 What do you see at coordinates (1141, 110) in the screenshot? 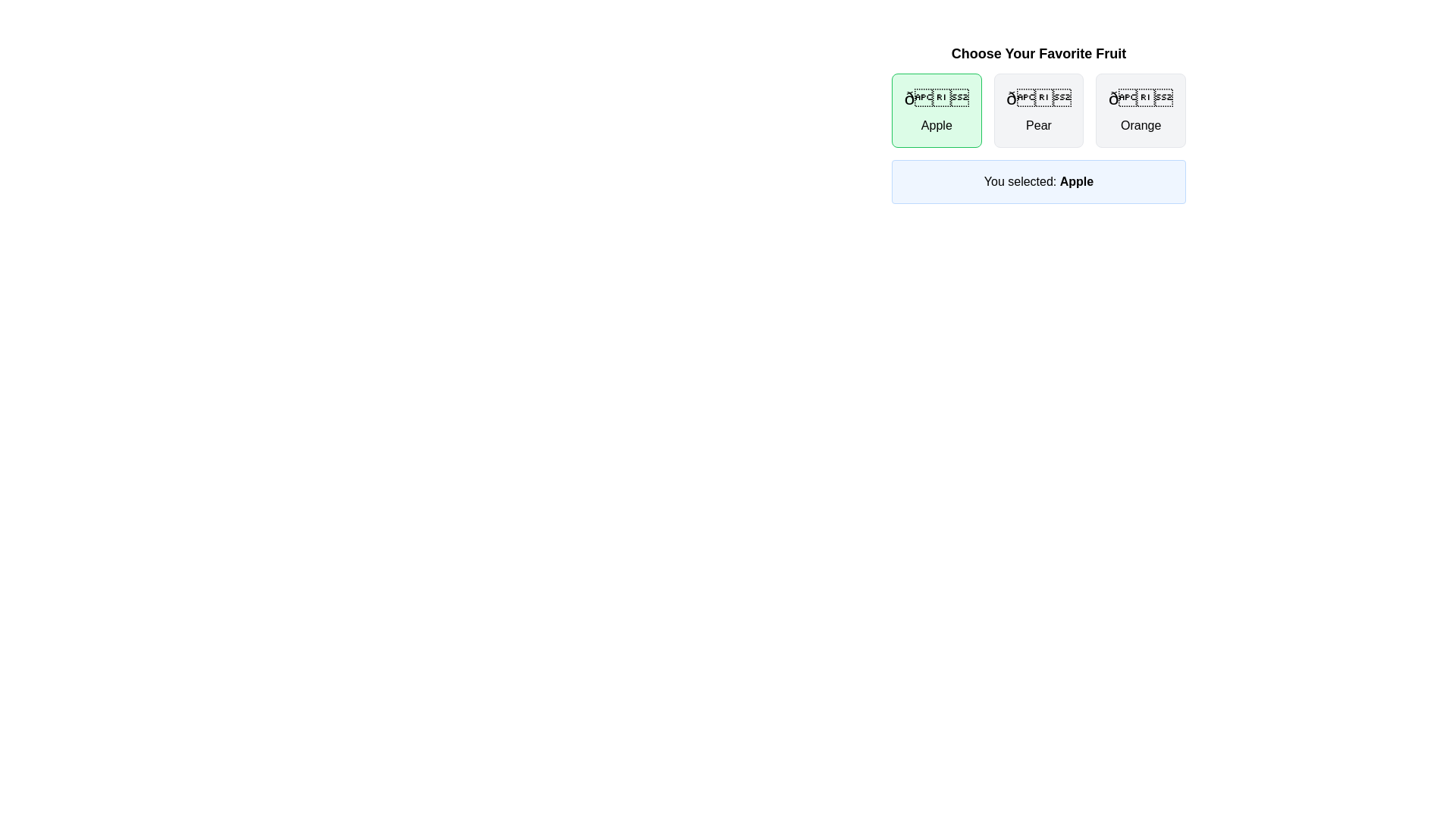
I see `the 'Orange' selectable button, which is a rounded rectangle with an orange fruit emoji and the label 'Orange' below it` at bounding box center [1141, 110].